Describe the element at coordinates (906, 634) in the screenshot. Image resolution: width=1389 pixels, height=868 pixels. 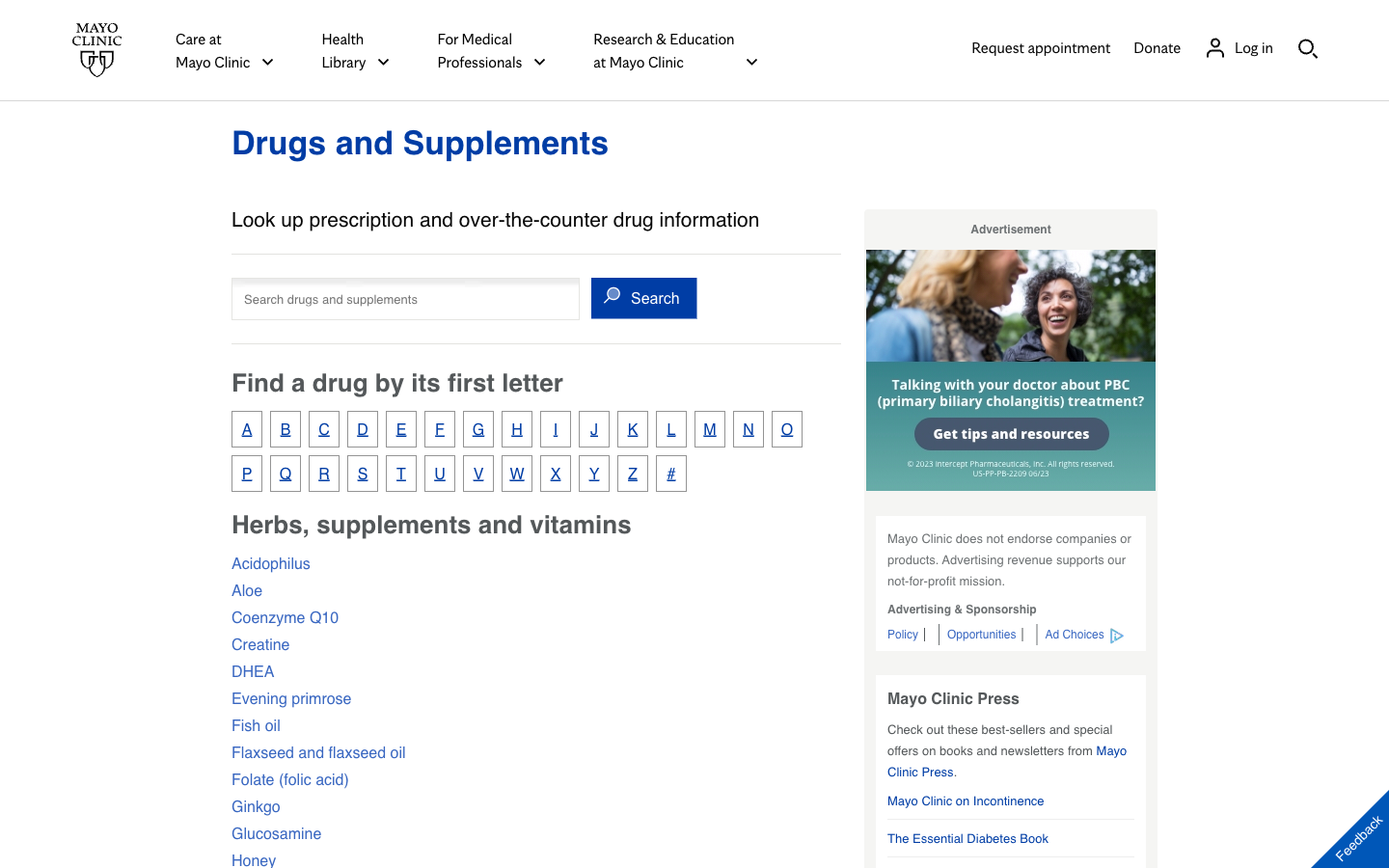
I see `MayoClinic’s policy` at that location.